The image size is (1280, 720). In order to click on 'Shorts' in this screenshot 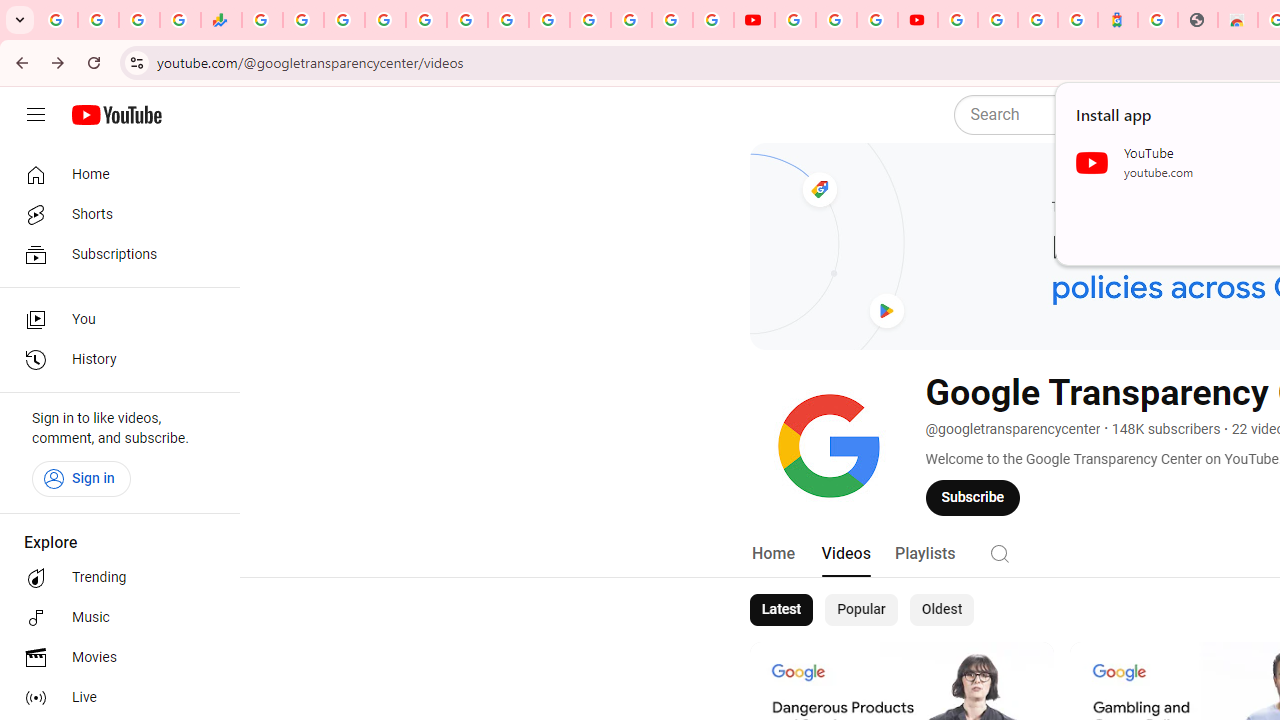, I will do `click(112, 214)`.